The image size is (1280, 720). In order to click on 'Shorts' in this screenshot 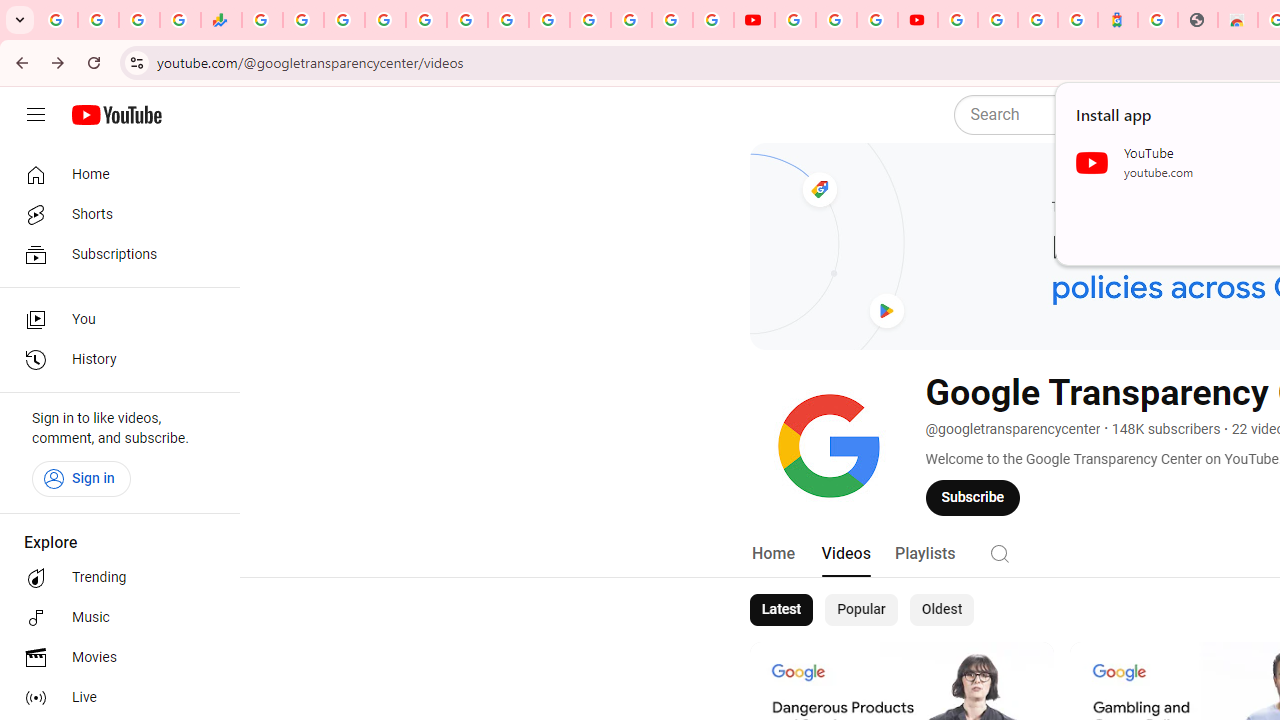, I will do `click(112, 214)`.